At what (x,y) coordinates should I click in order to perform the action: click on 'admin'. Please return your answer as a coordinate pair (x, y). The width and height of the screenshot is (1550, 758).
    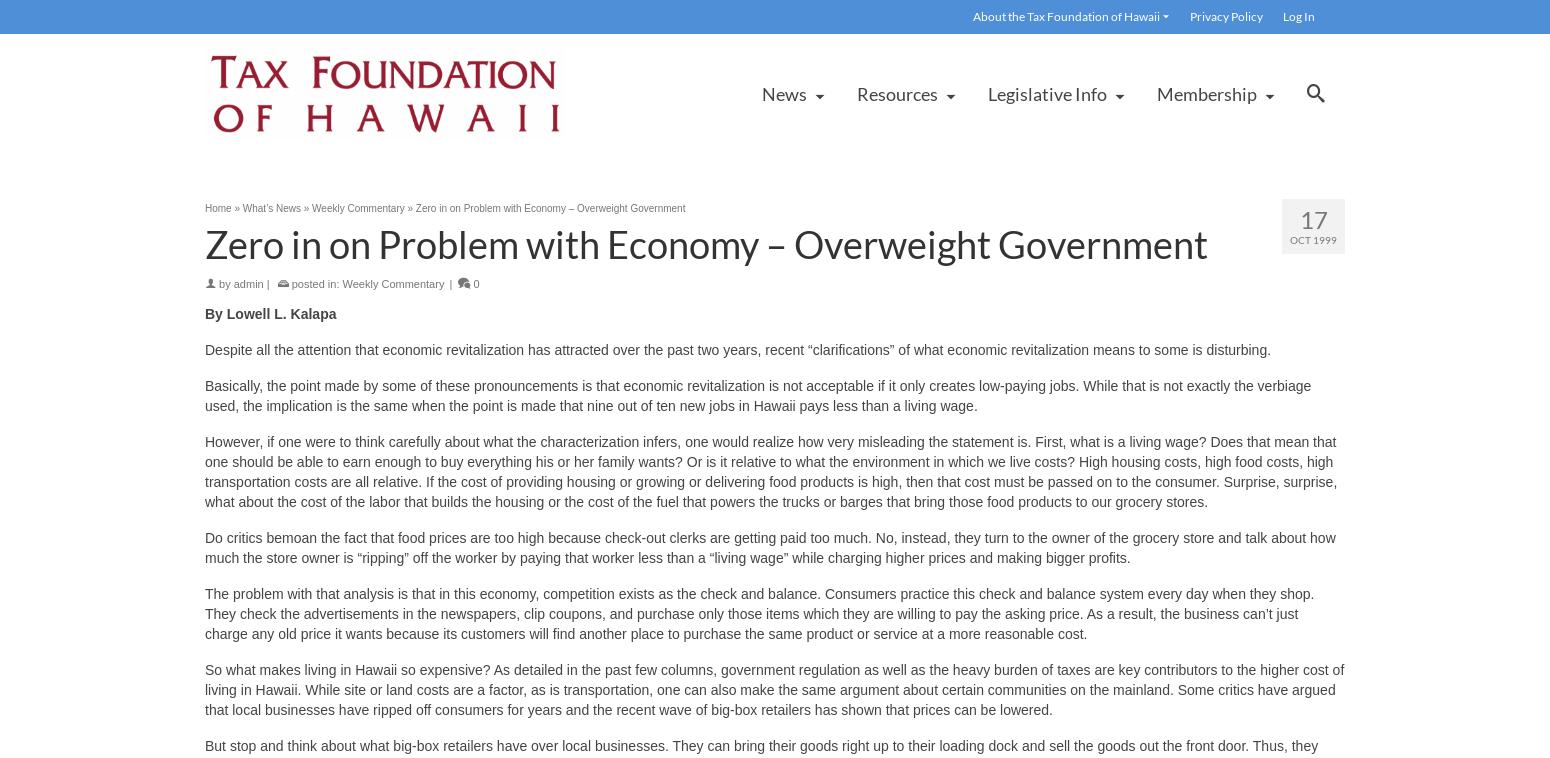
    Looking at the image, I should click on (248, 284).